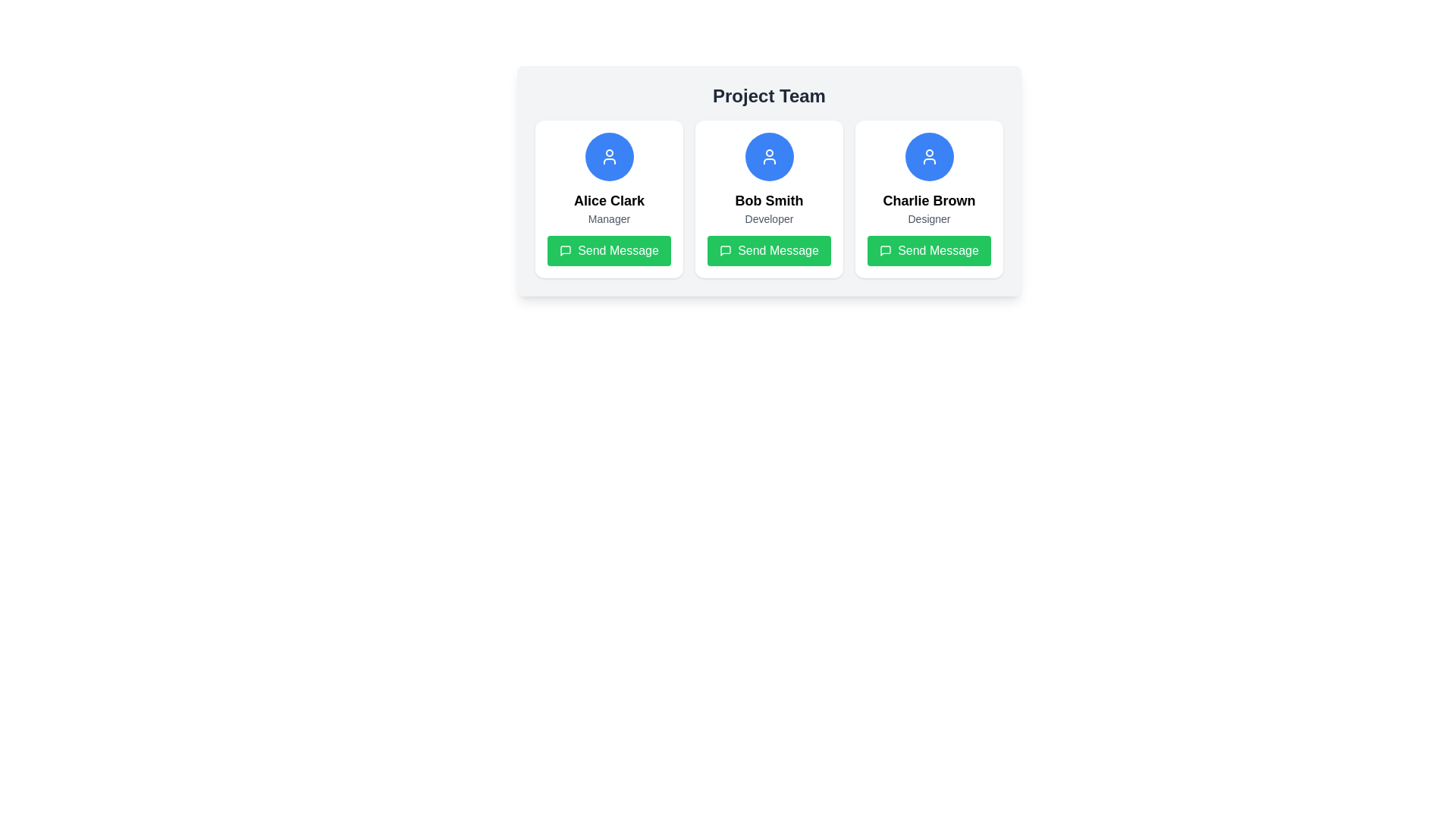  I want to click on the 'Send Message' button, which is a rectangular button with white text on a green background, located under the member 'Bob Smith' in the Project Team section, so click(769, 250).